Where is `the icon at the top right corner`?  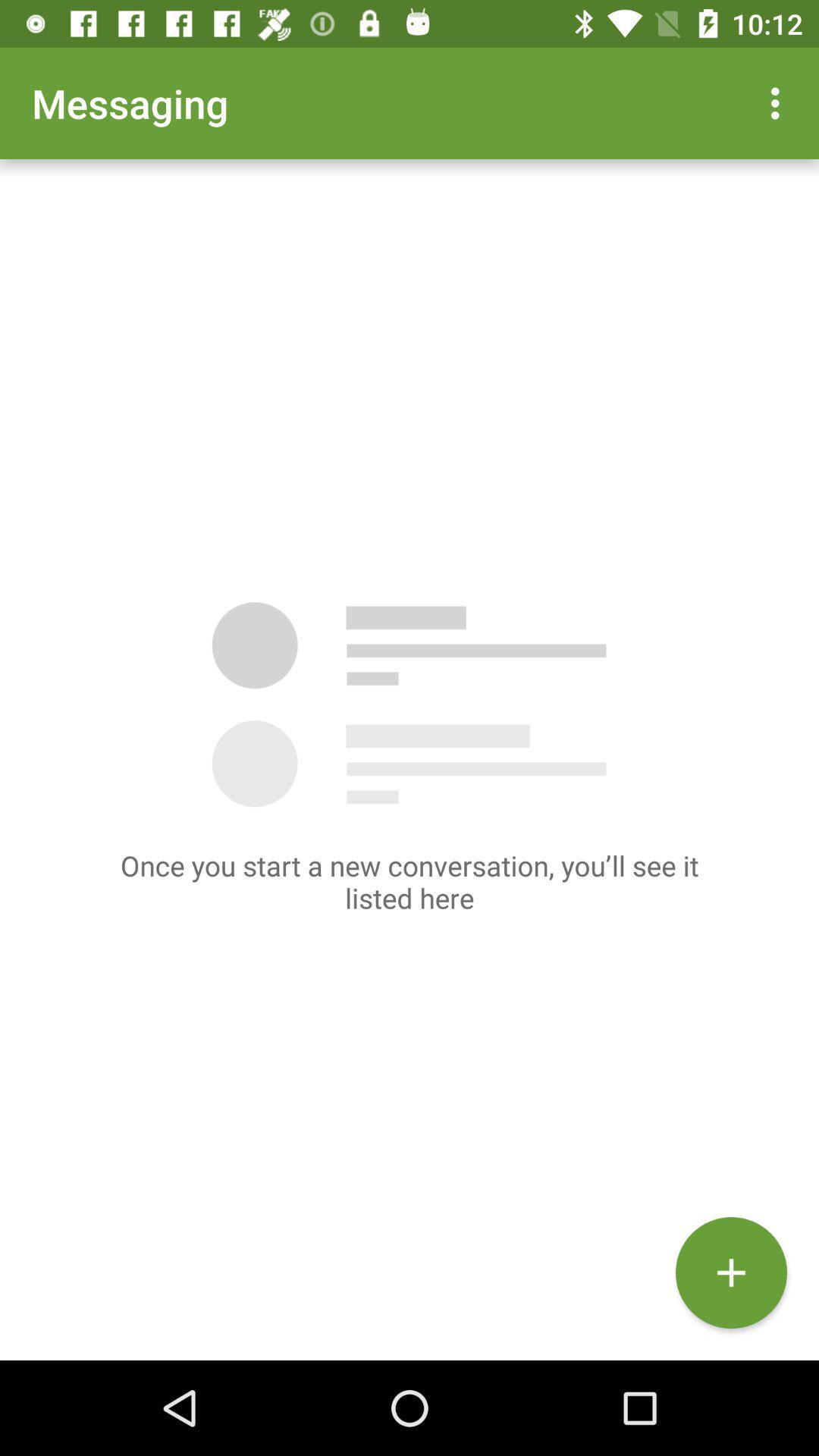 the icon at the top right corner is located at coordinates (779, 102).